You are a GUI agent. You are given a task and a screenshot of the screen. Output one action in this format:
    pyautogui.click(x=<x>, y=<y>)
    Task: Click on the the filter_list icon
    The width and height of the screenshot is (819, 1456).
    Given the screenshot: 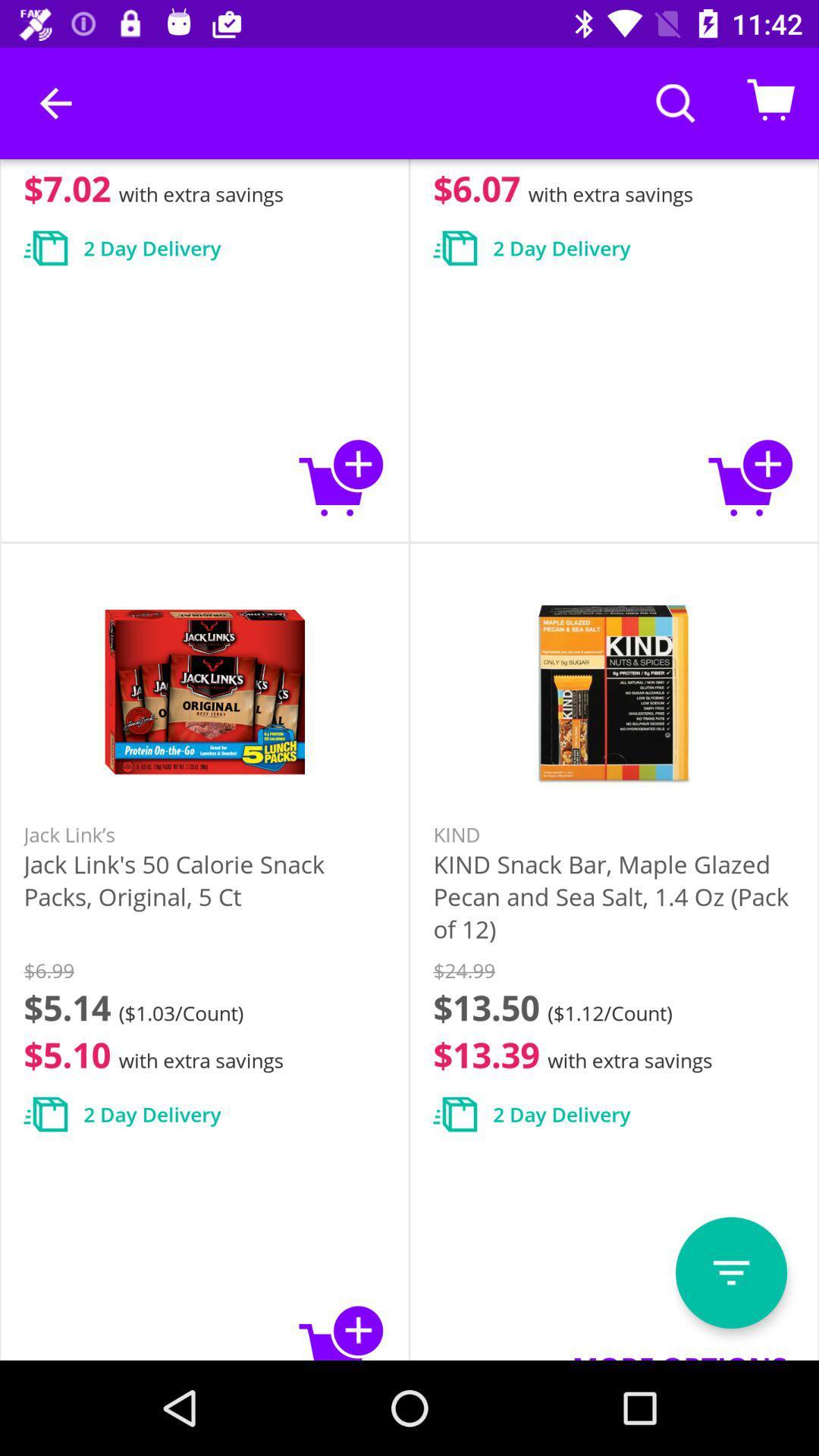 What is the action you would take?
    pyautogui.click(x=730, y=1272)
    